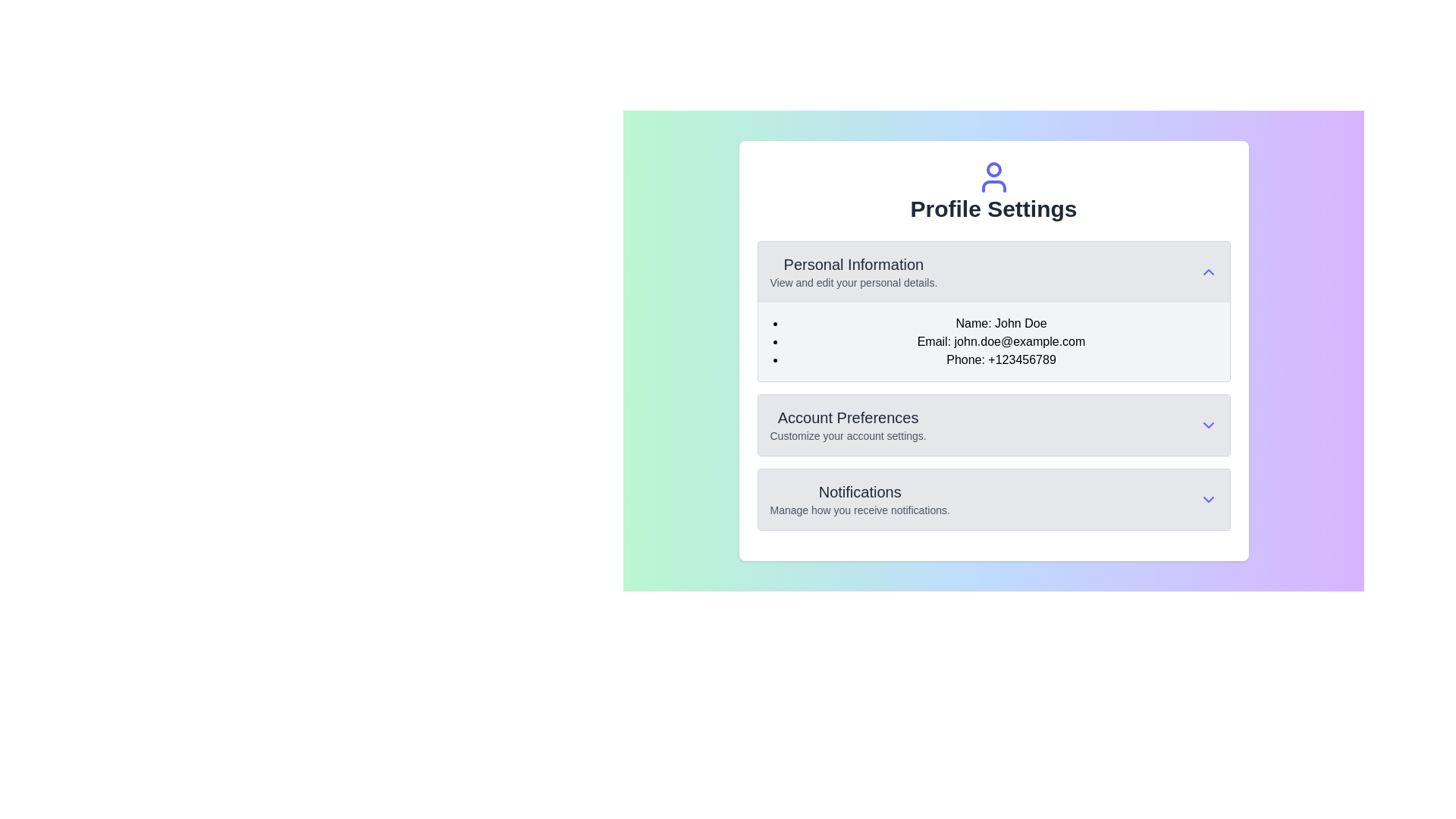 This screenshot has width=1456, height=819. I want to click on the explanatory text located below the 'Account Preferences' title within the 'Profile Settings' section, so click(847, 435).